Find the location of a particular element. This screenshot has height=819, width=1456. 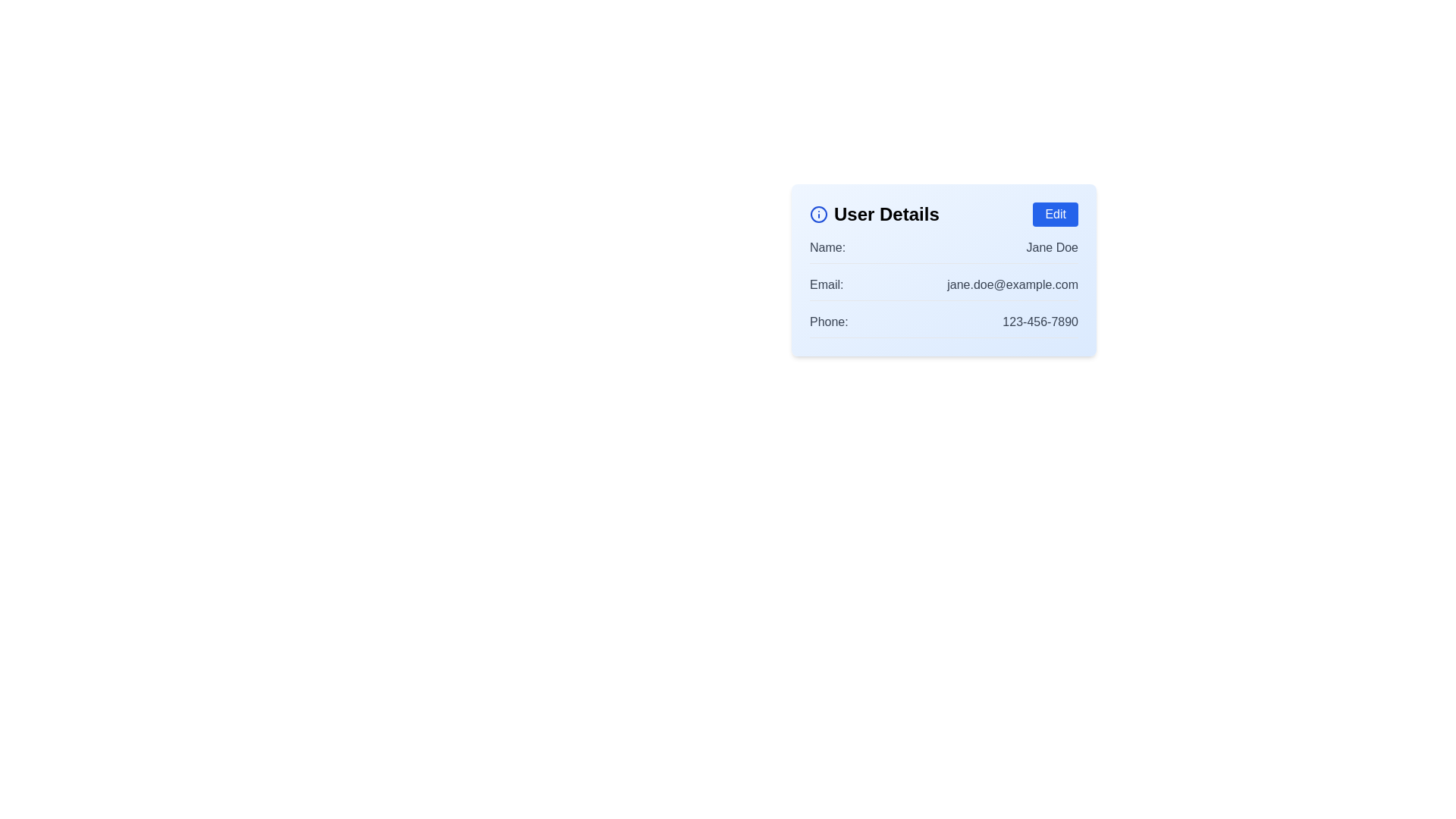

the static text label 'Name:' which is styled in bold gray text, positioned in the top-left corner of the user details card, serving as the label for the user's name is located at coordinates (827, 247).